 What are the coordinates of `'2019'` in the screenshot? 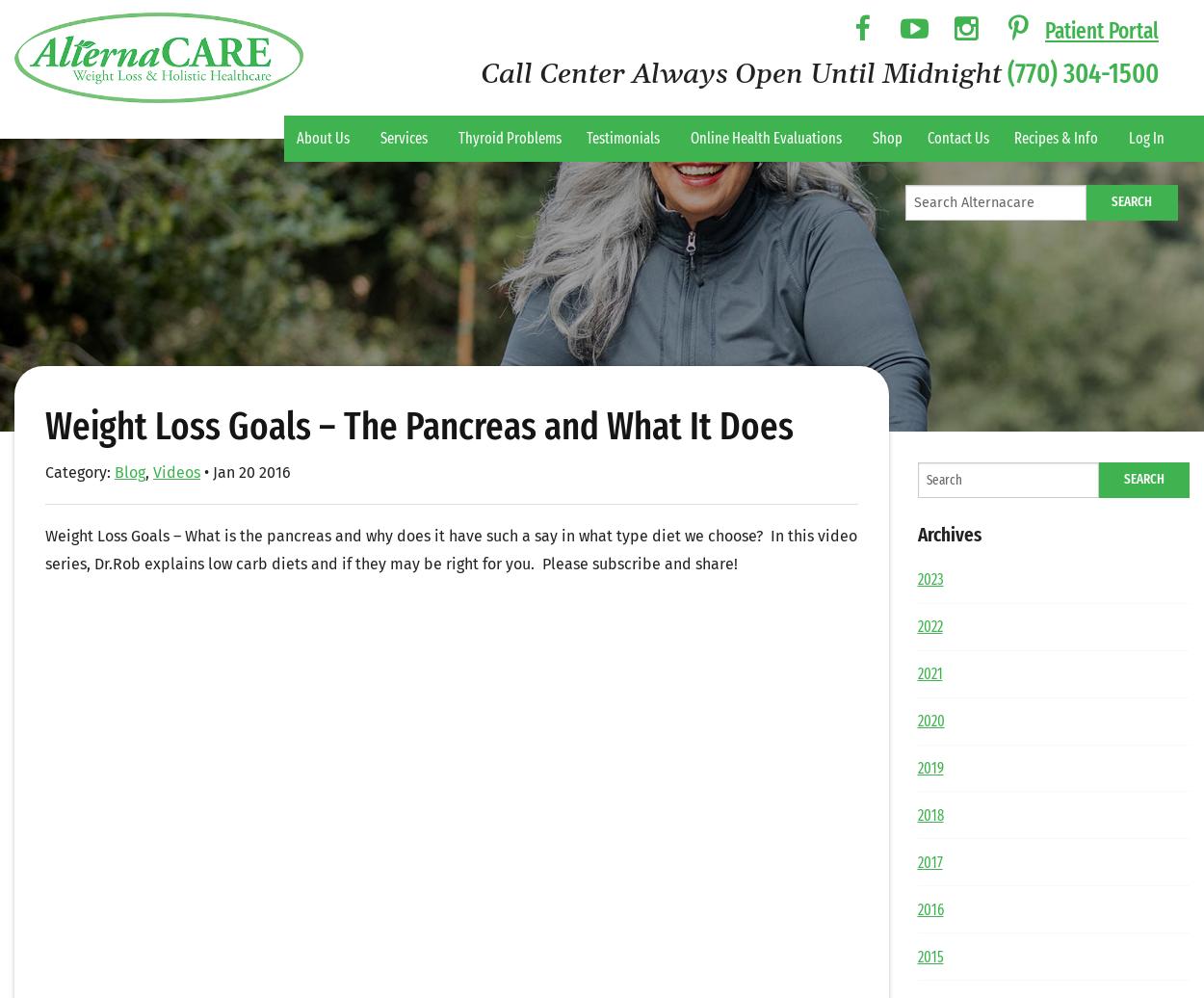 It's located at (916, 767).